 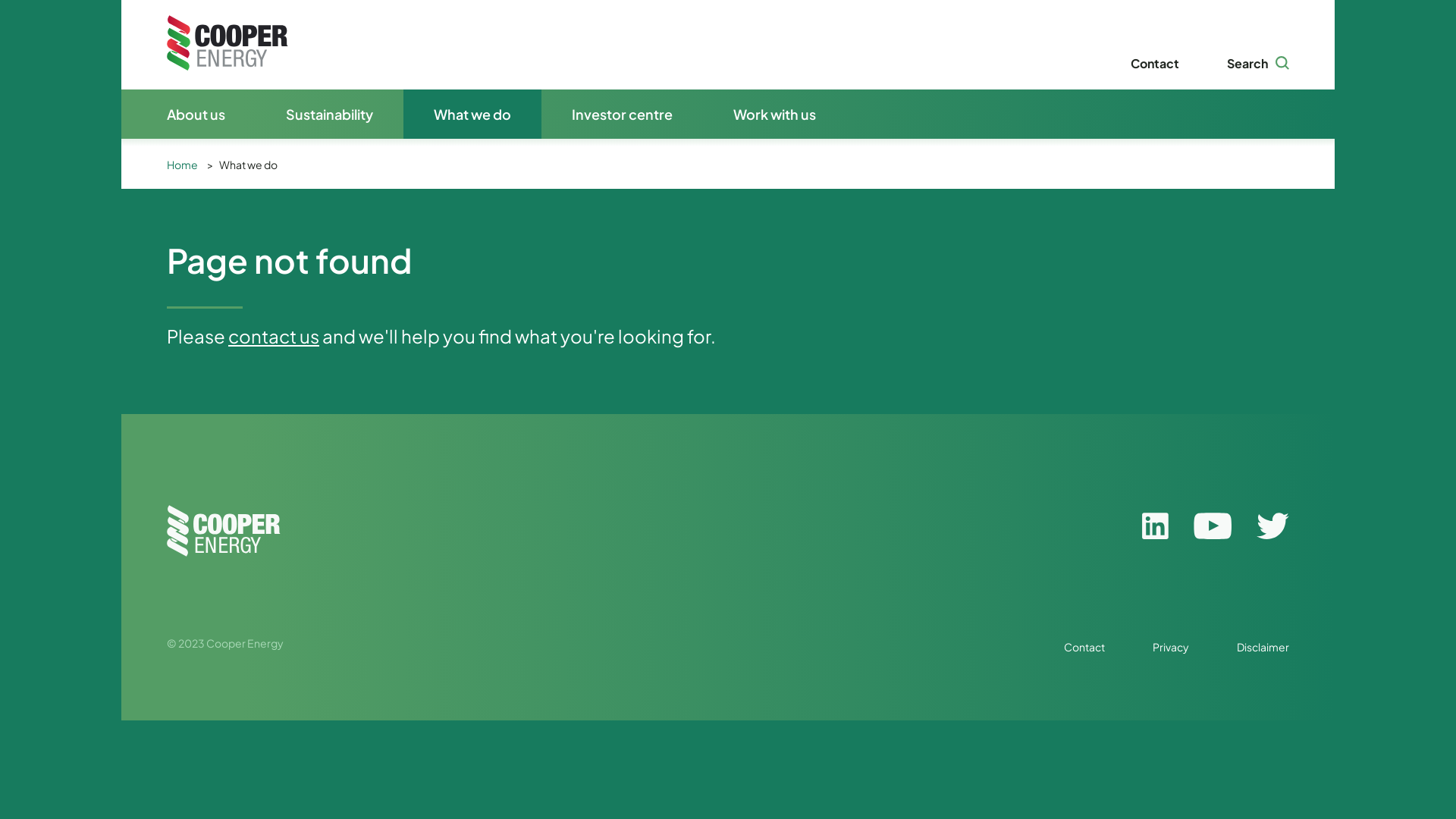 I want to click on 'contact us', so click(x=273, y=335).